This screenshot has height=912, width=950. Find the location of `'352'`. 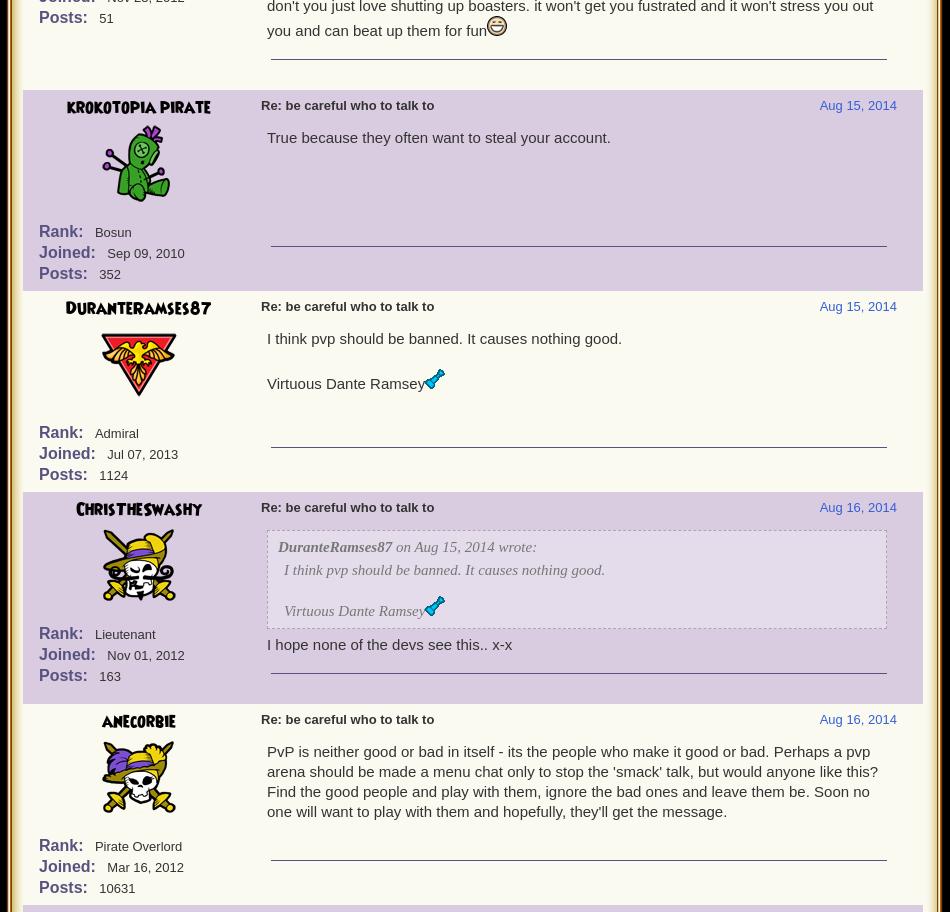

'352' is located at coordinates (110, 273).